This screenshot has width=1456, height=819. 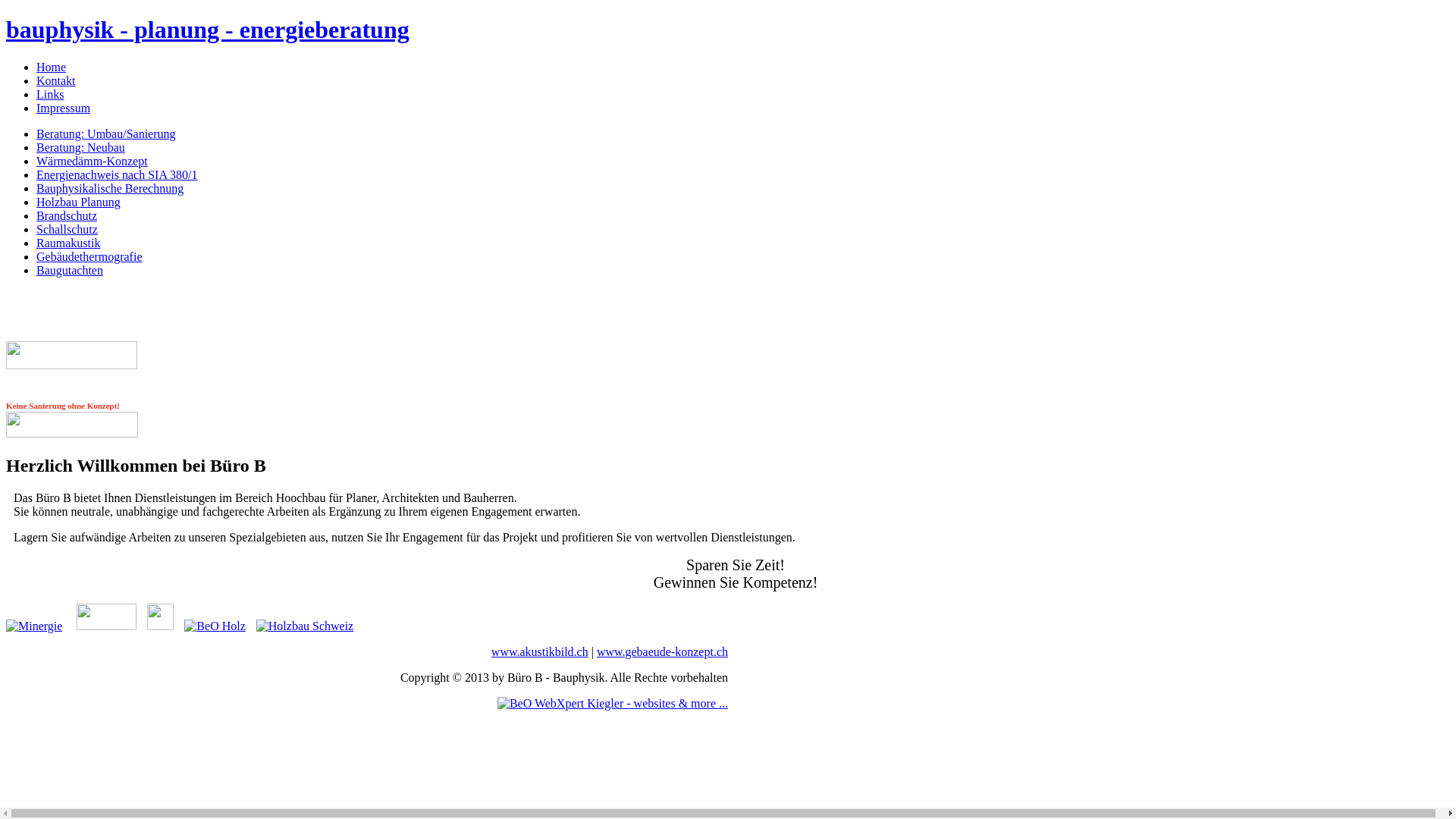 What do you see at coordinates (206, 29) in the screenshot?
I see `'bauphysik - planung - energieberatung'` at bounding box center [206, 29].